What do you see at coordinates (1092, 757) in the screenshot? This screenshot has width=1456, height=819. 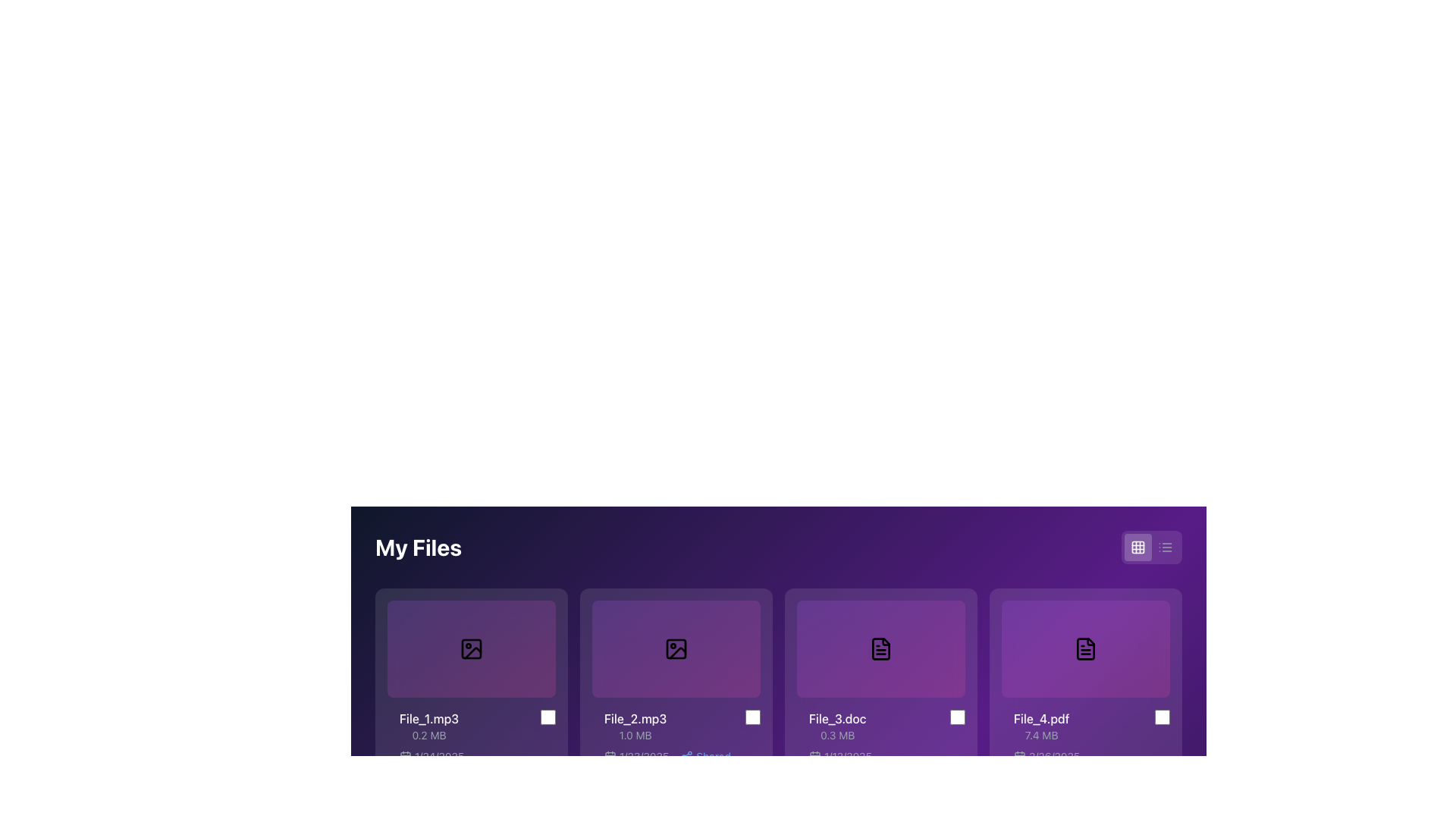 I see `date displayed in the gray font label beneath the file size text '7.4 MB' for the file 'File_4.pdf'` at bounding box center [1092, 757].